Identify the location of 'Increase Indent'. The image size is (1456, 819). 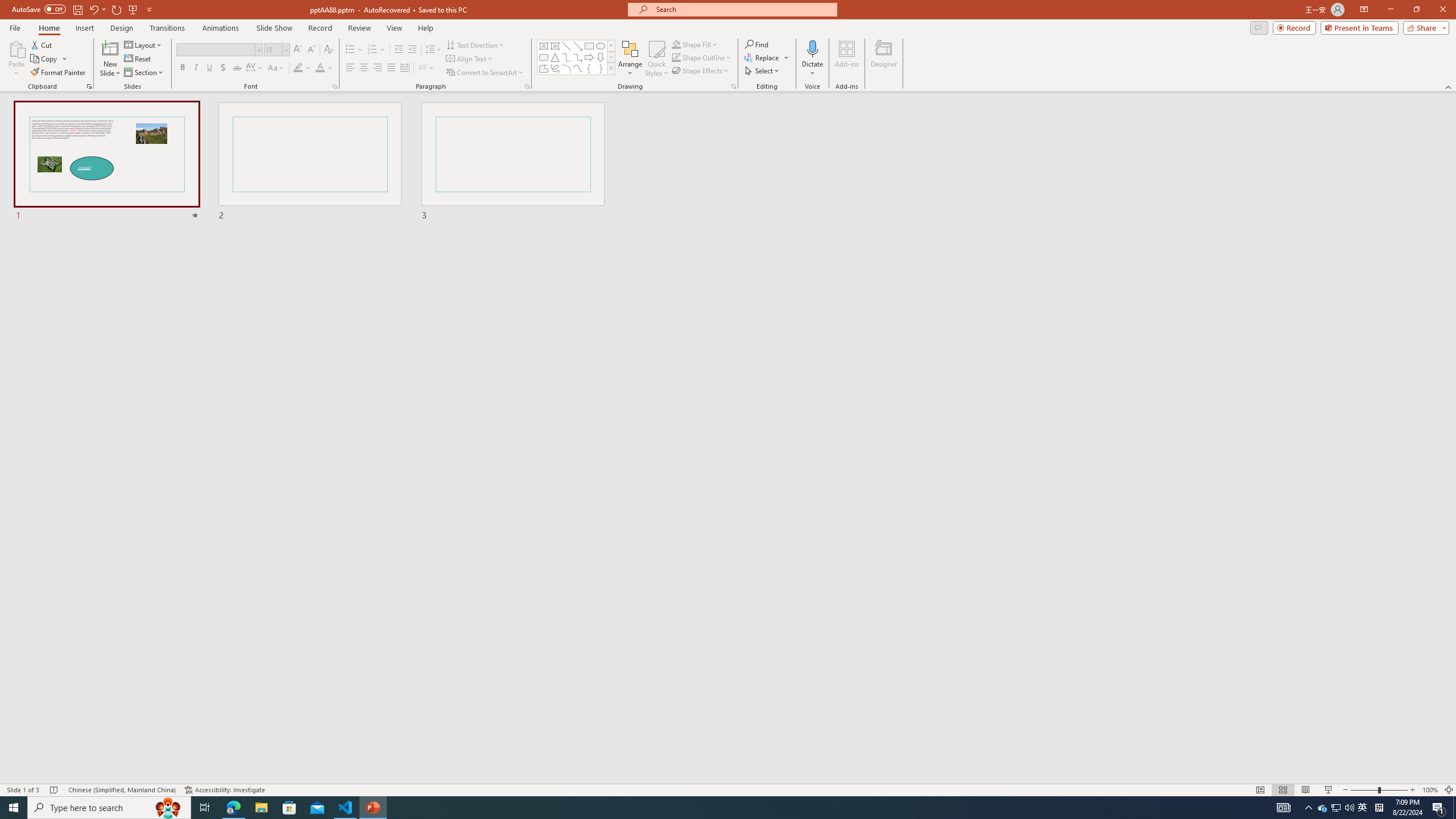
(412, 49).